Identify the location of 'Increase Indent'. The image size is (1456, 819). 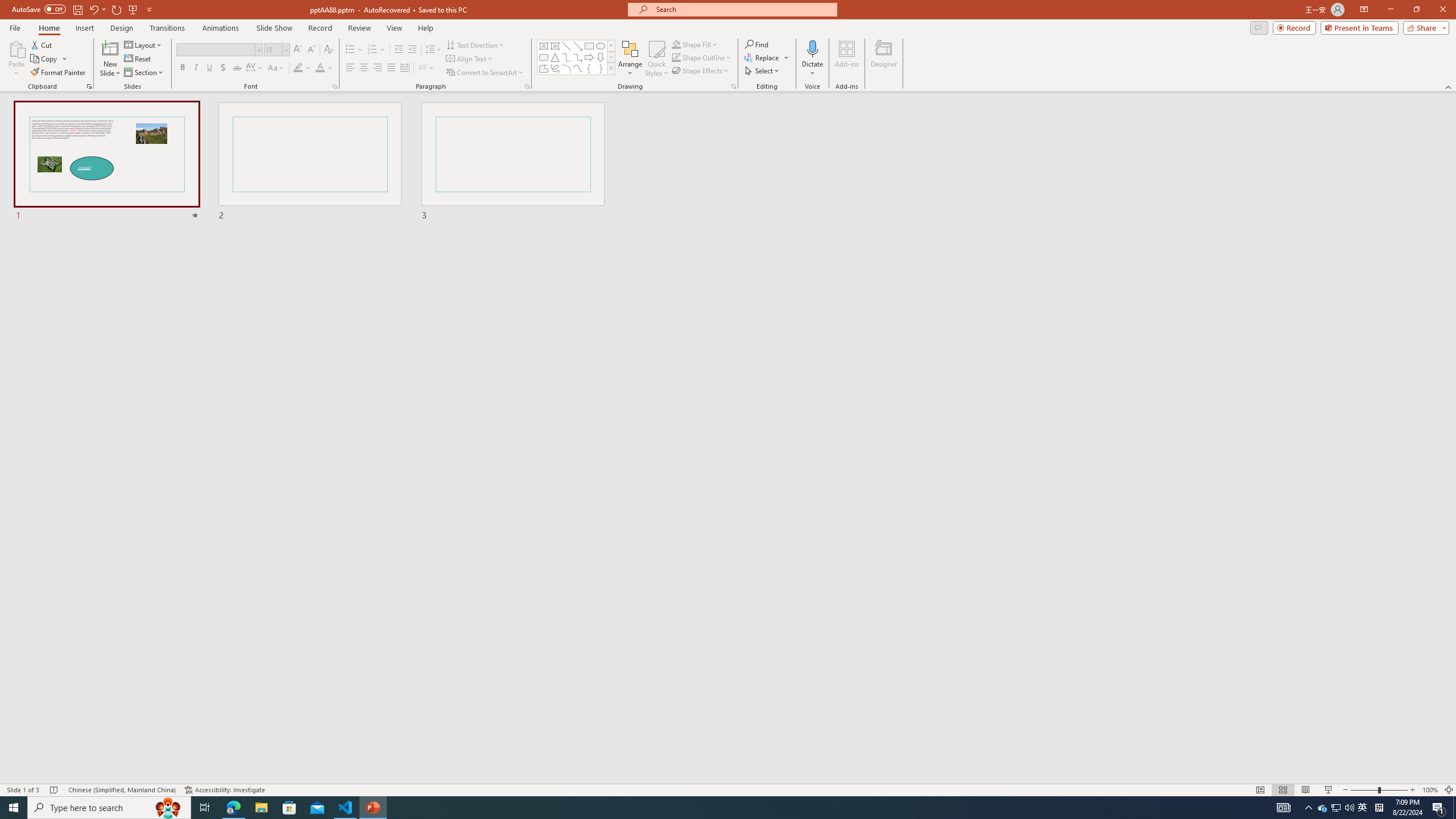
(412, 49).